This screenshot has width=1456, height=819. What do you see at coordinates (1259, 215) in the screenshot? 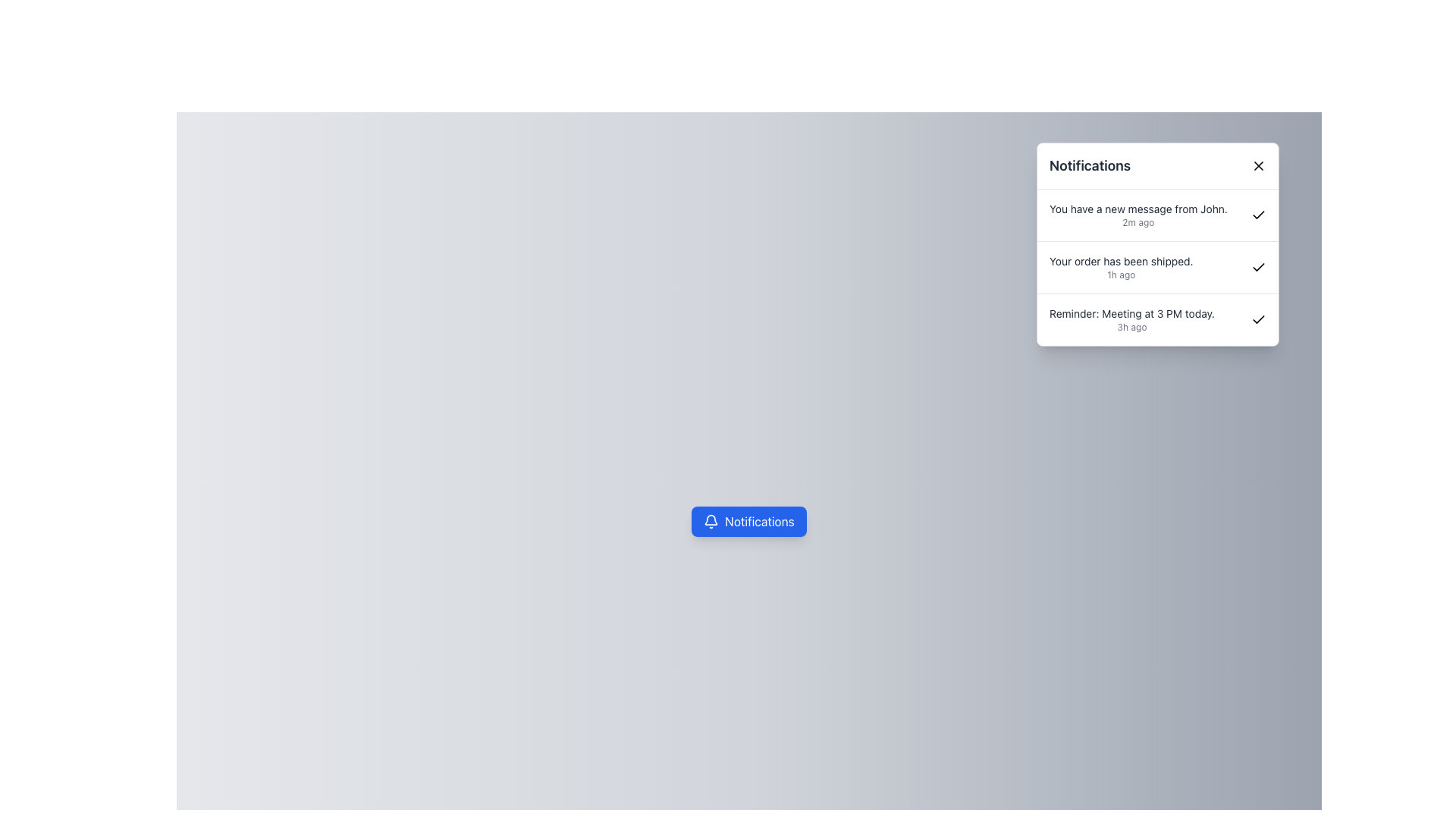
I see `the button in the notification card that marks the notification as read, positioned to the far right of the text 'You have a new message from John.'` at bounding box center [1259, 215].